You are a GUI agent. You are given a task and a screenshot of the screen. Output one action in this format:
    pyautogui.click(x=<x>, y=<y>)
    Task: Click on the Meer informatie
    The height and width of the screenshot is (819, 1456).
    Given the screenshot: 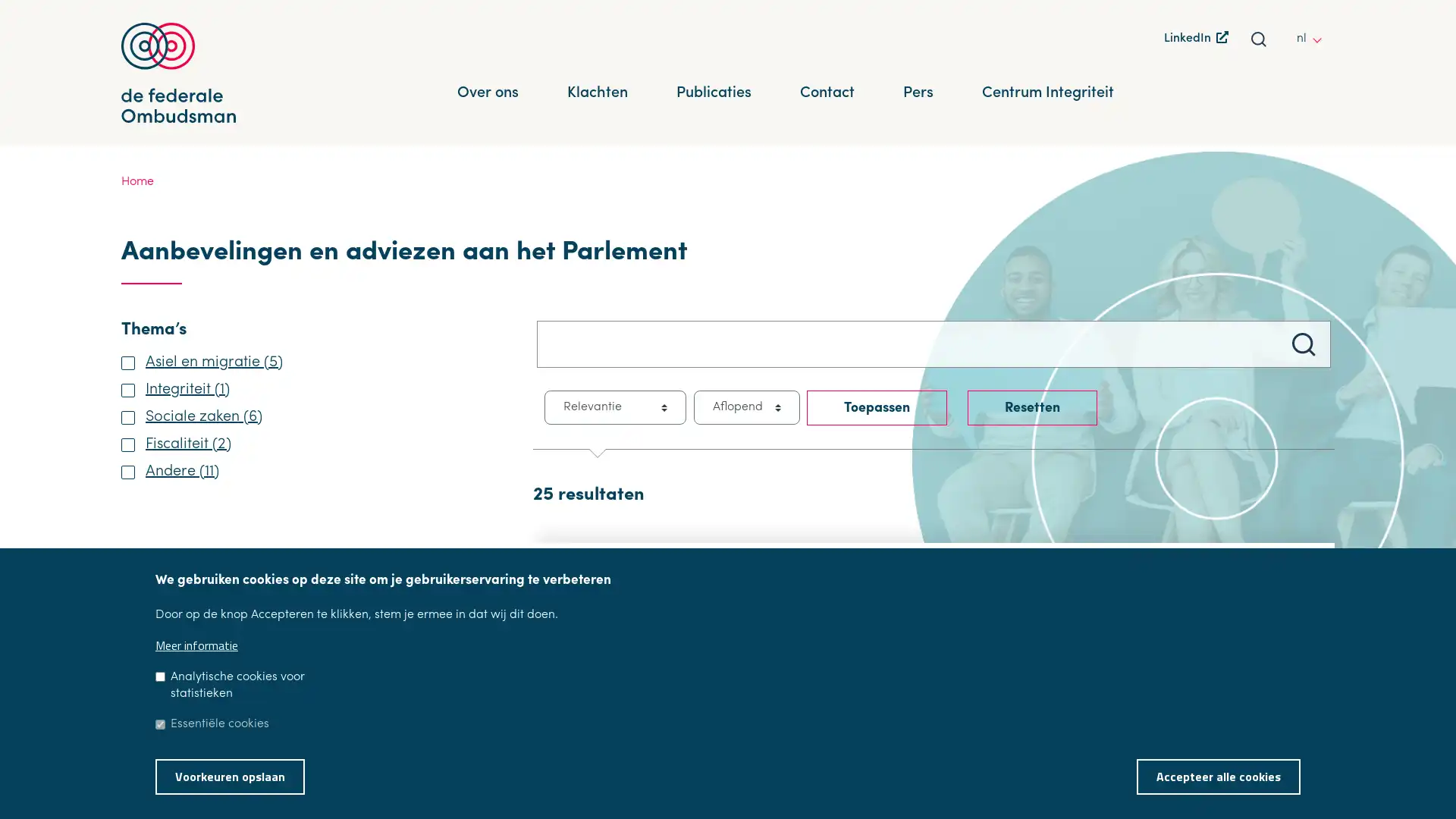 What is the action you would take?
    pyautogui.click(x=196, y=645)
    